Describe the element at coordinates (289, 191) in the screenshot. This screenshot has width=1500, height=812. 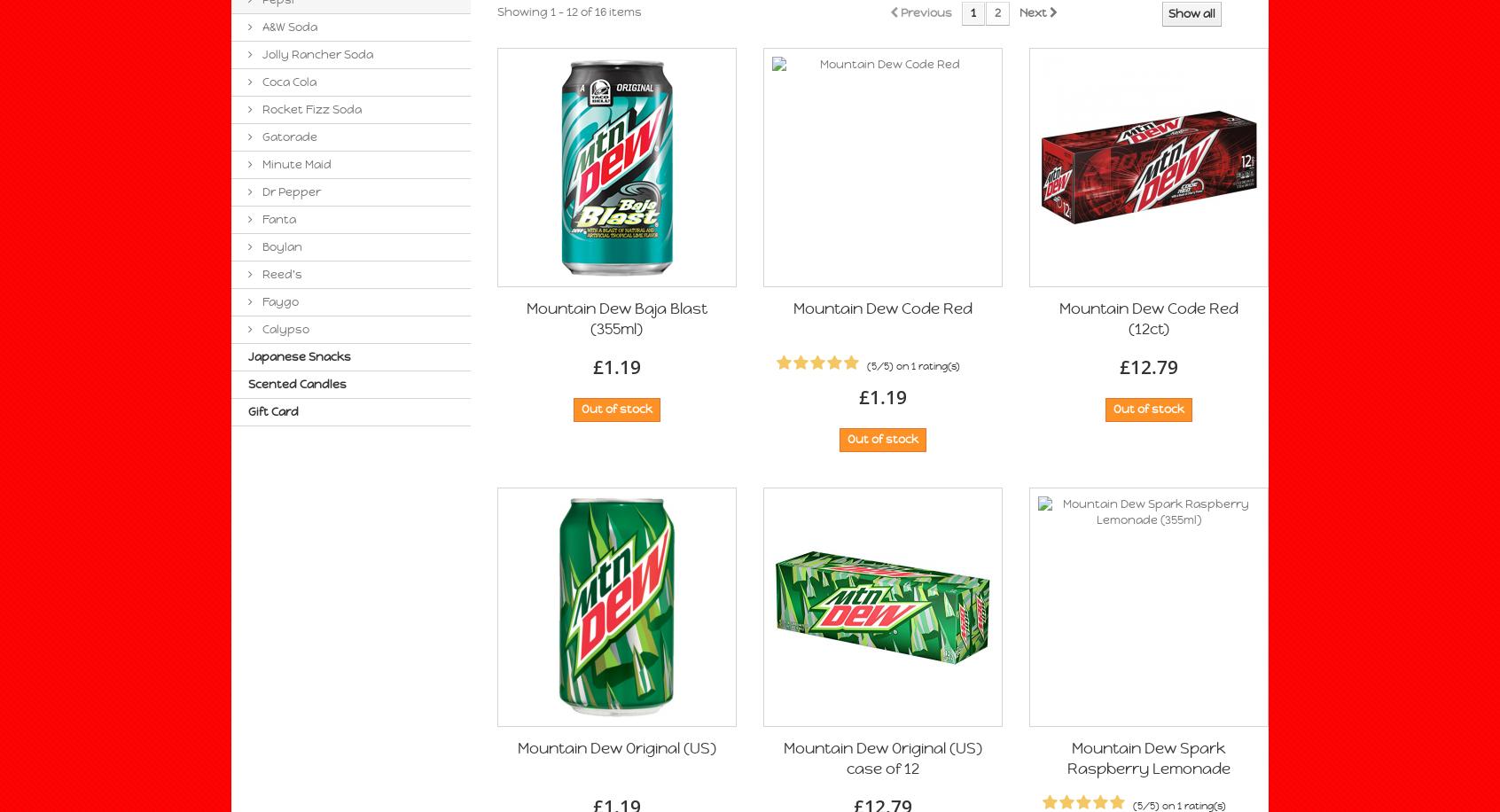
I see `'Dr Pepper'` at that location.